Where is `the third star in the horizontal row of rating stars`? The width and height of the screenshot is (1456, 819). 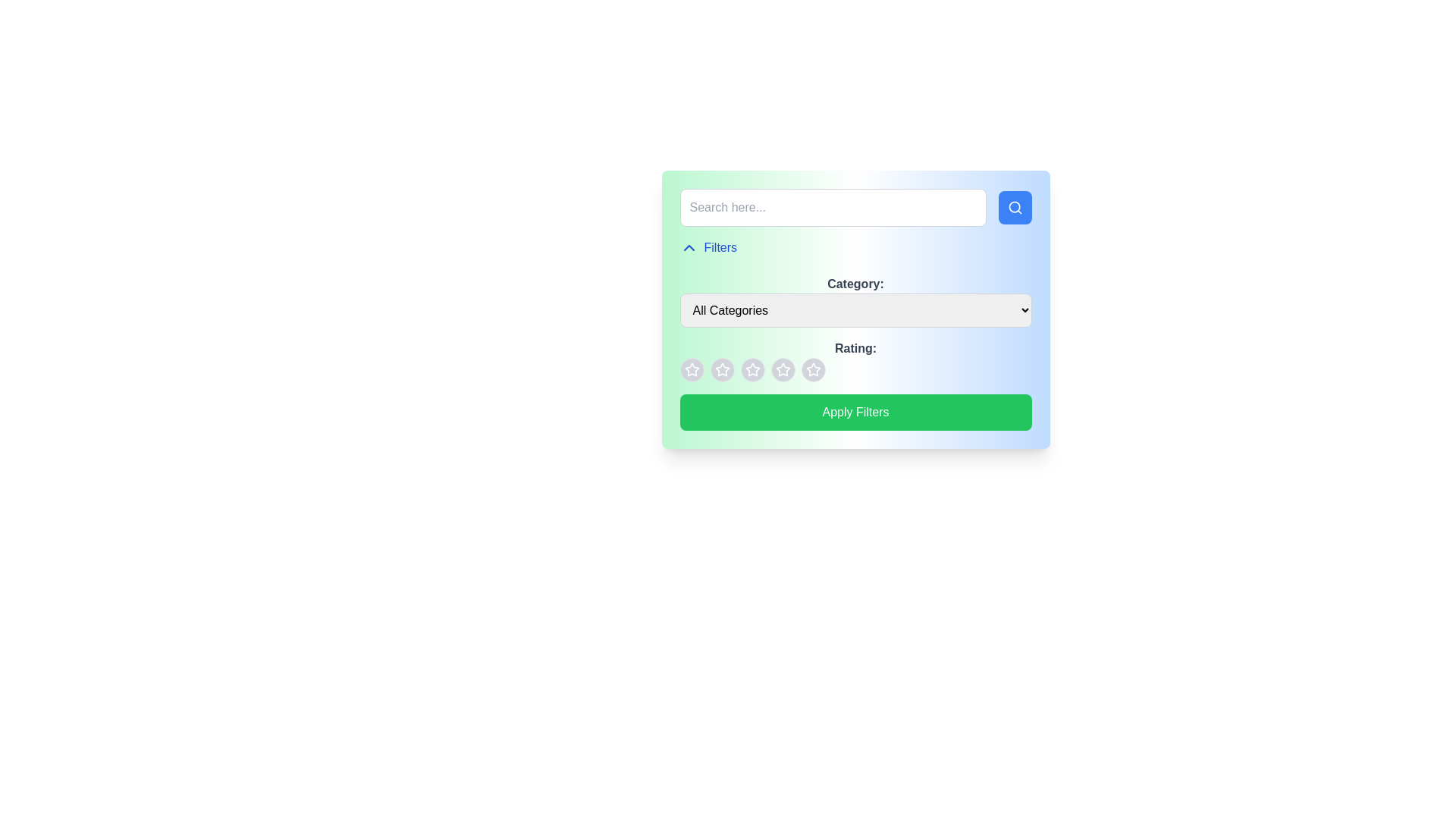 the third star in the horizontal row of rating stars is located at coordinates (783, 369).